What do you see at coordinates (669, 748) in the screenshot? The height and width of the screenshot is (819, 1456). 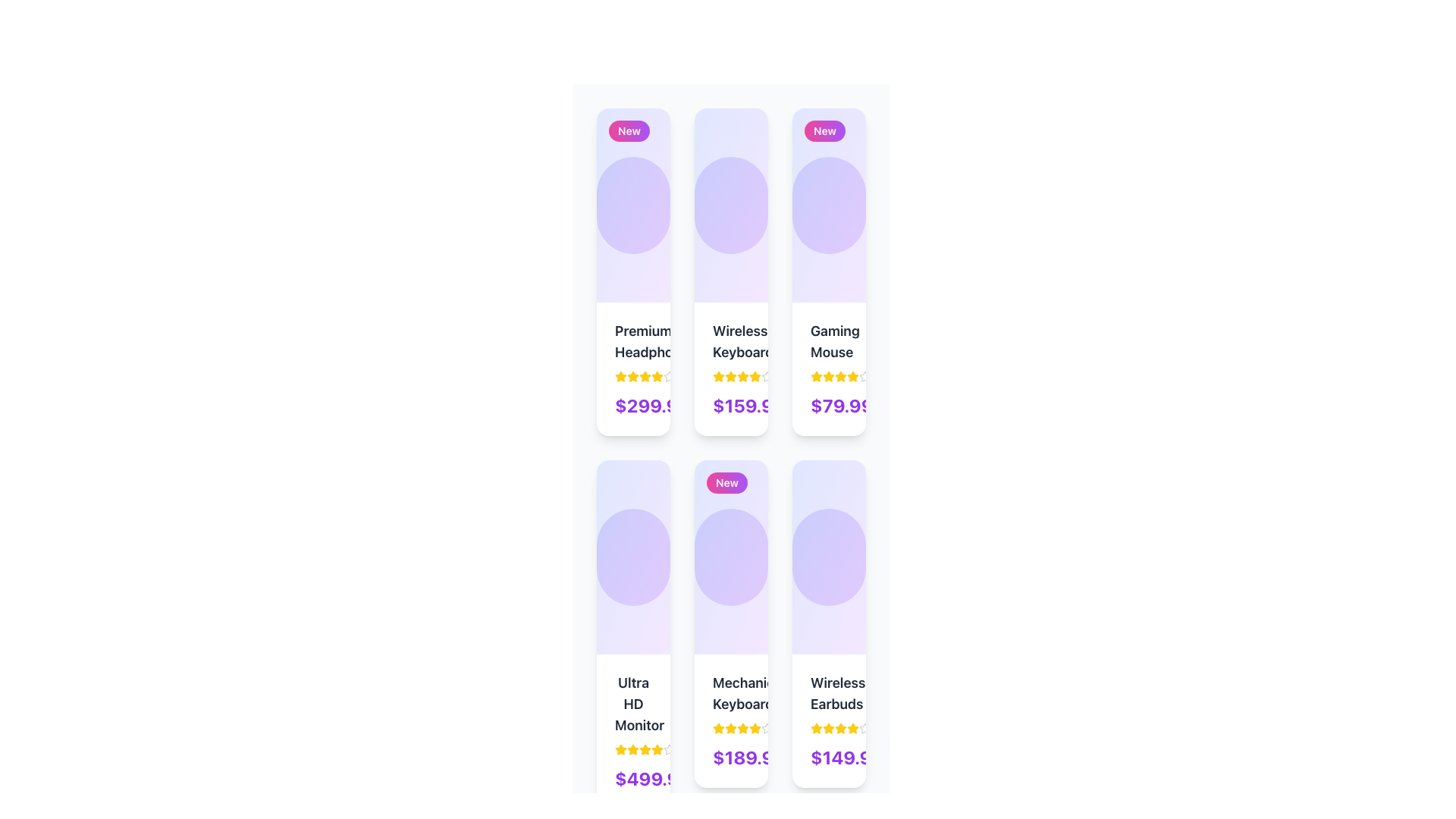 I see `the state of the fifth star icon in the star-based rating system for the product 'Ultra HD Monitor', located in the second row, first column of the card layout` at bounding box center [669, 748].